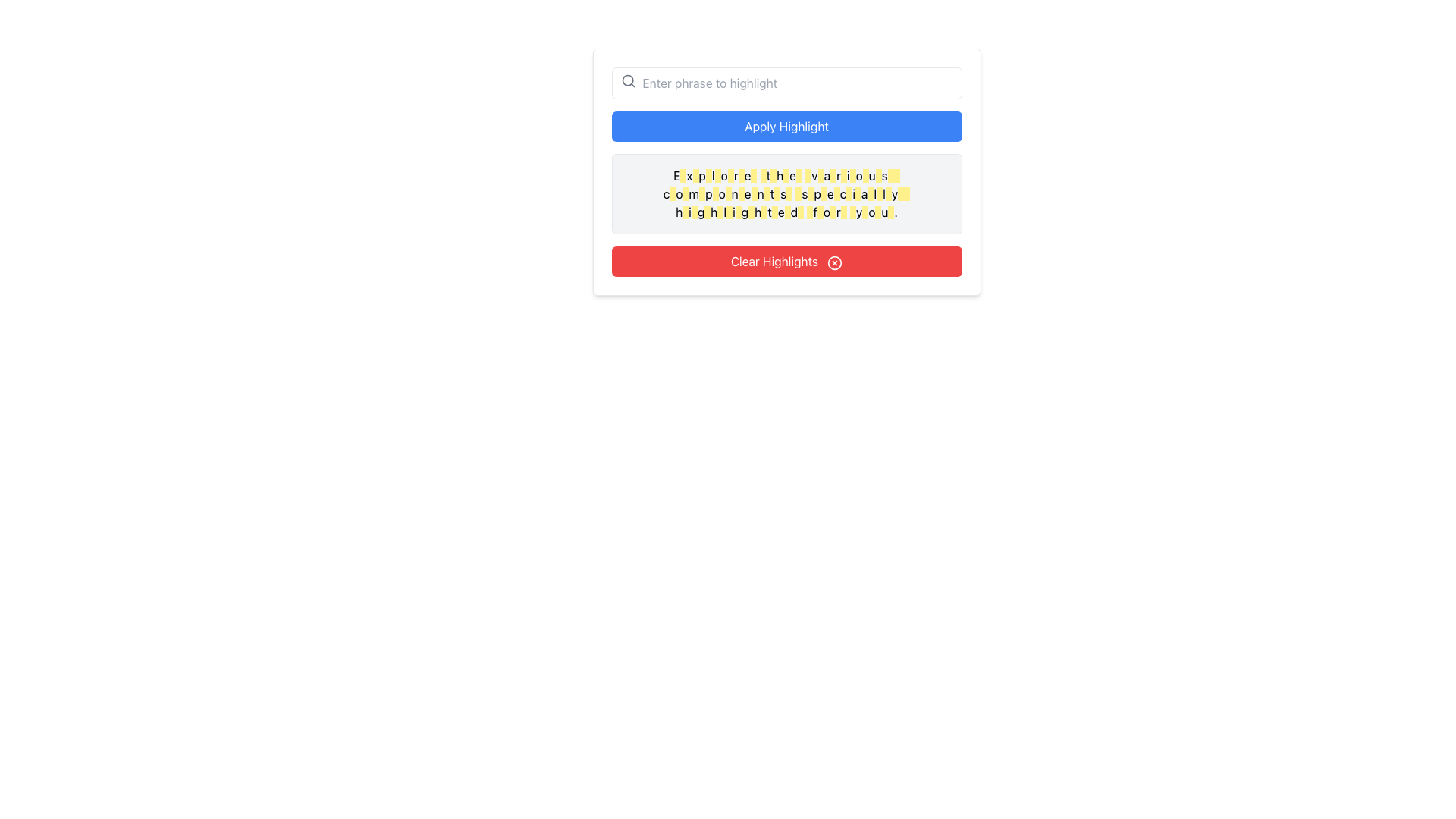  What do you see at coordinates (741, 174) in the screenshot?
I see `the sixth yellow-highlighted rectangle marker that coincides with the word 'the' in the text 'Explore the various components specially highlighted for you.'` at bounding box center [741, 174].